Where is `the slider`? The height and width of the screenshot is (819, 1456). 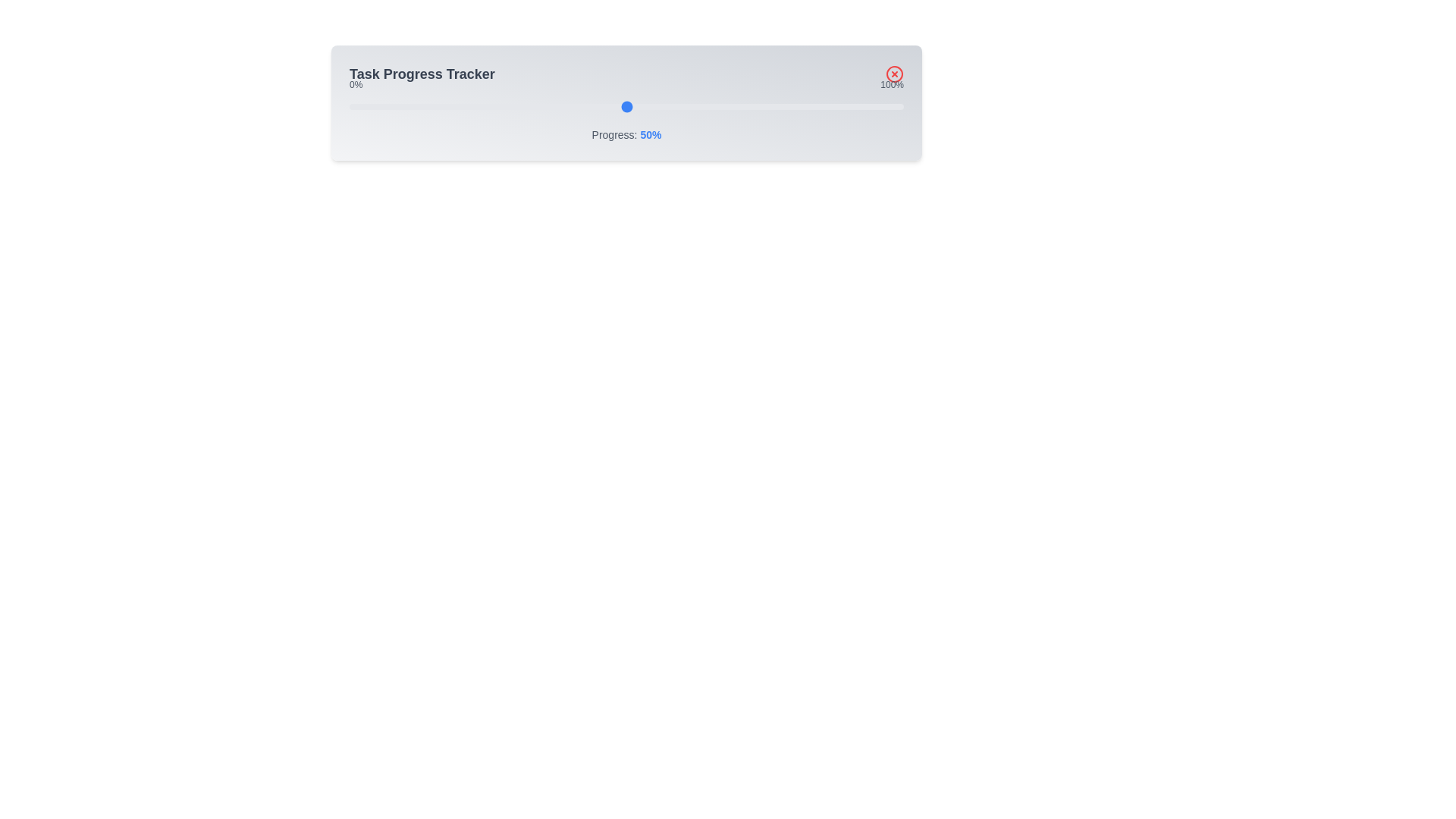 the slider is located at coordinates (830, 106).